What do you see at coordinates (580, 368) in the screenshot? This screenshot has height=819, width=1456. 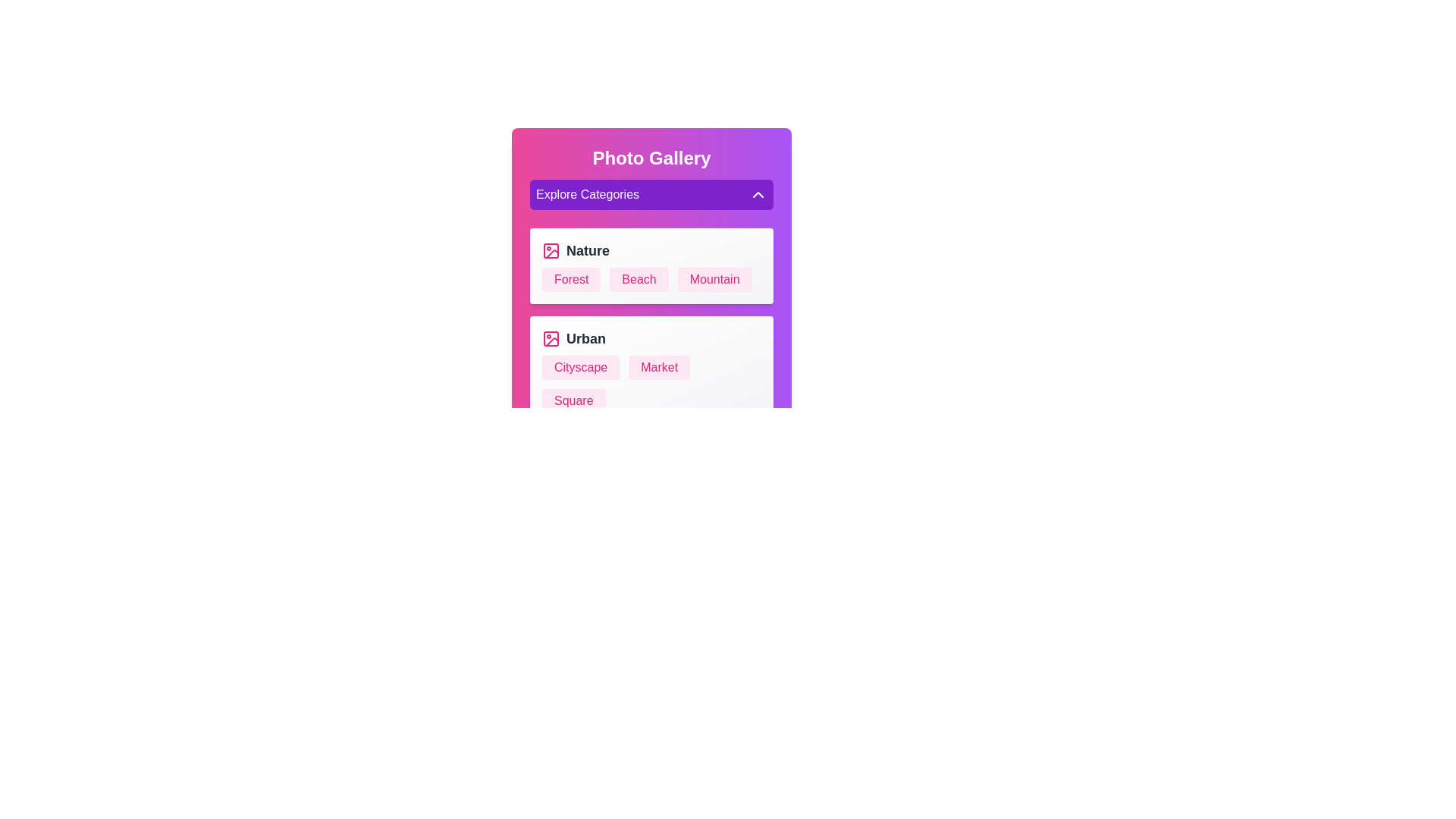 I see `the photo name Cityscape to select it` at bounding box center [580, 368].